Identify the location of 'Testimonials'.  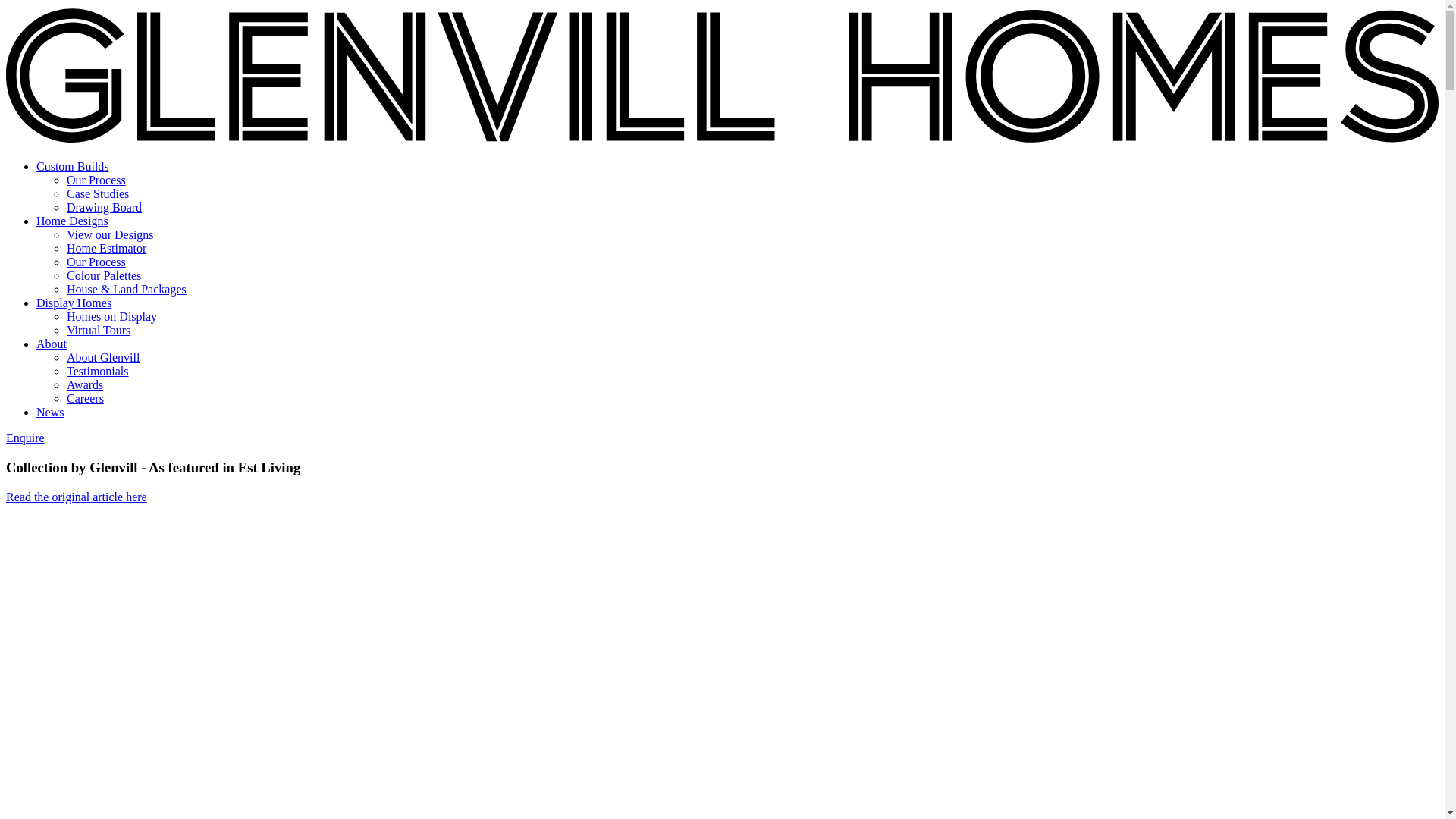
(97, 371).